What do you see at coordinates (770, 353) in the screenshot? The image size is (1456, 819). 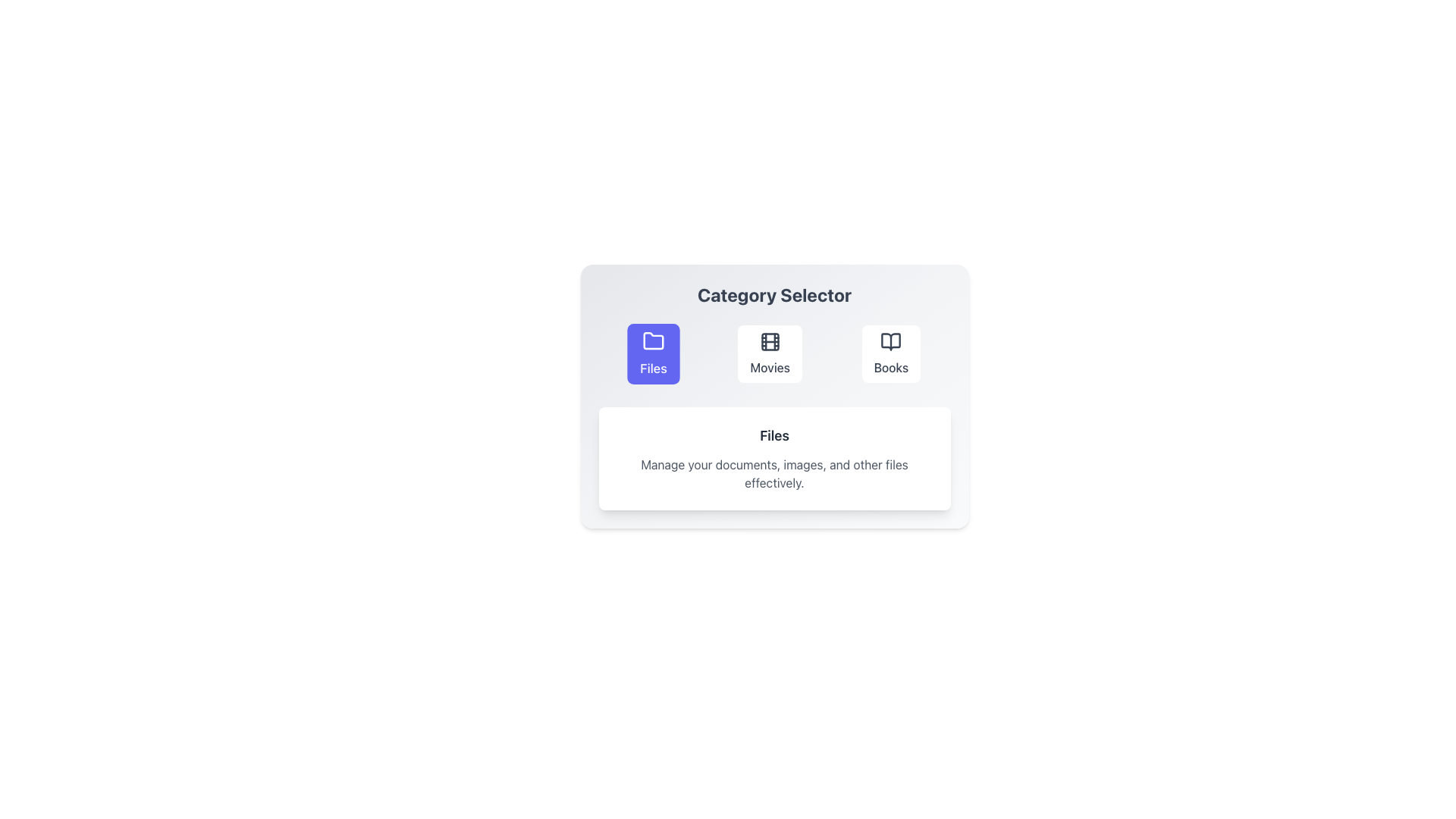 I see `the 'Movies' button` at bounding box center [770, 353].